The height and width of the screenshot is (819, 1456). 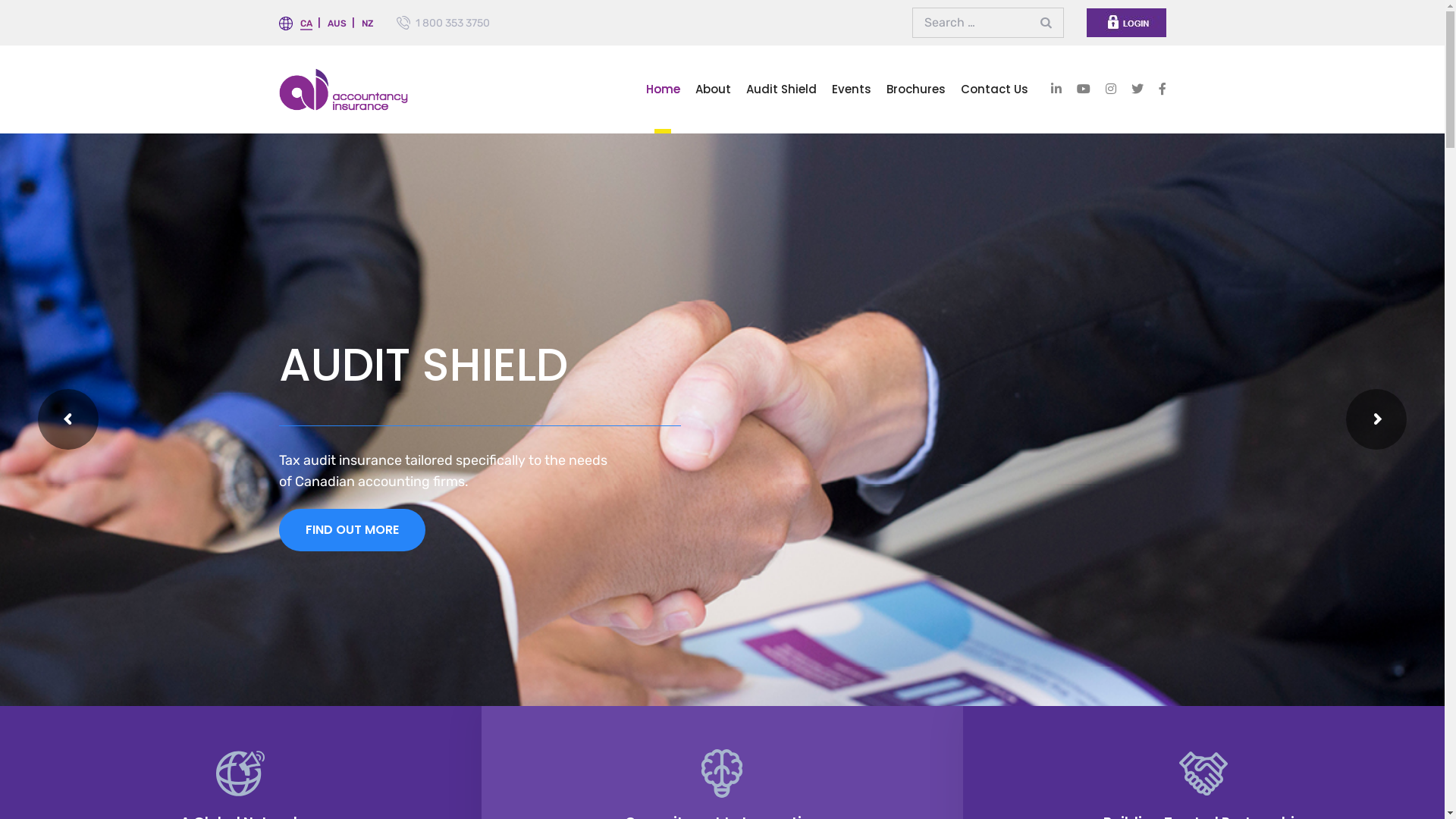 What do you see at coordinates (993, 89) in the screenshot?
I see `'Contact Us'` at bounding box center [993, 89].